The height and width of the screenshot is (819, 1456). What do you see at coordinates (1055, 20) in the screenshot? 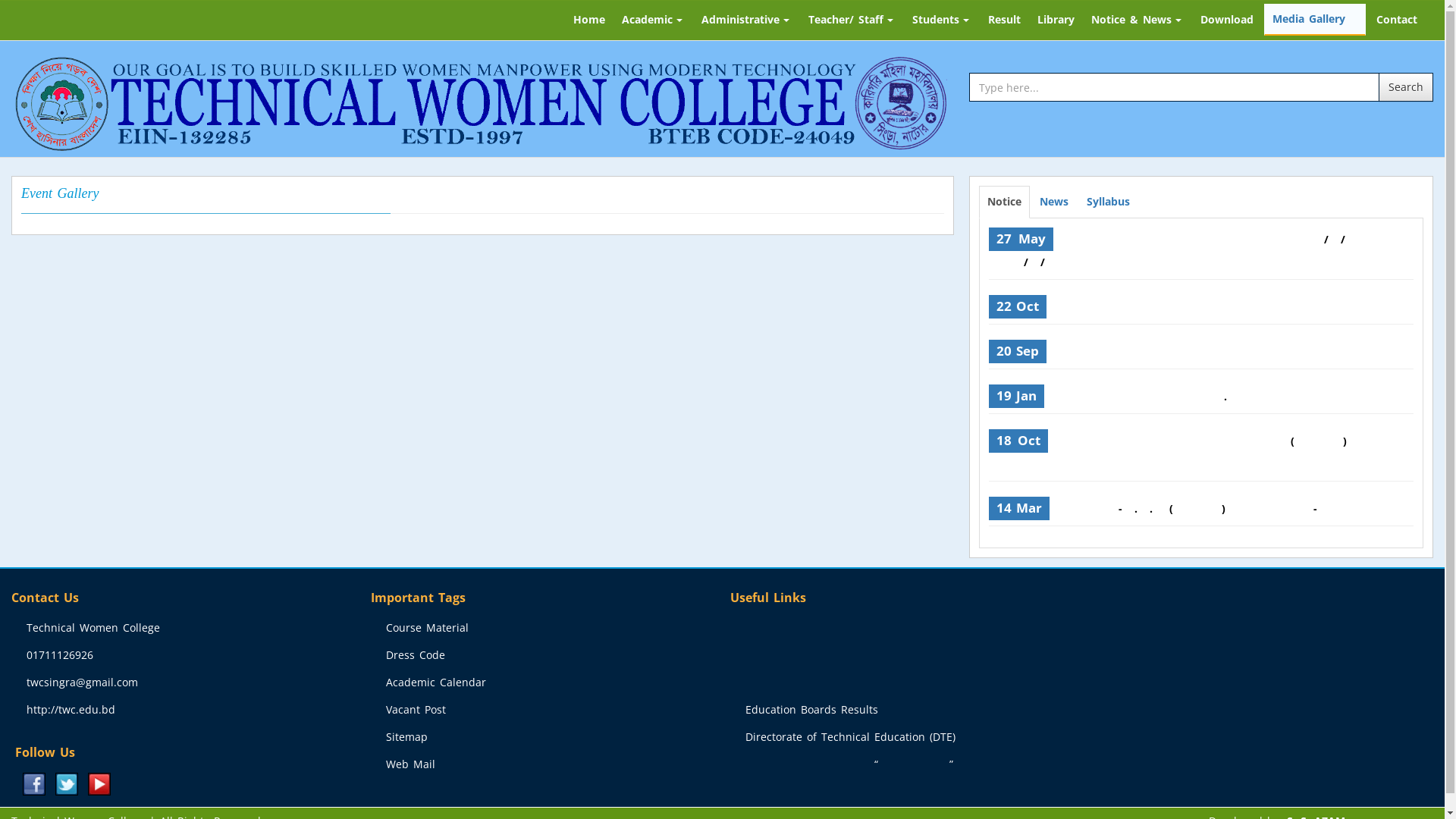
I see `'Library'` at bounding box center [1055, 20].